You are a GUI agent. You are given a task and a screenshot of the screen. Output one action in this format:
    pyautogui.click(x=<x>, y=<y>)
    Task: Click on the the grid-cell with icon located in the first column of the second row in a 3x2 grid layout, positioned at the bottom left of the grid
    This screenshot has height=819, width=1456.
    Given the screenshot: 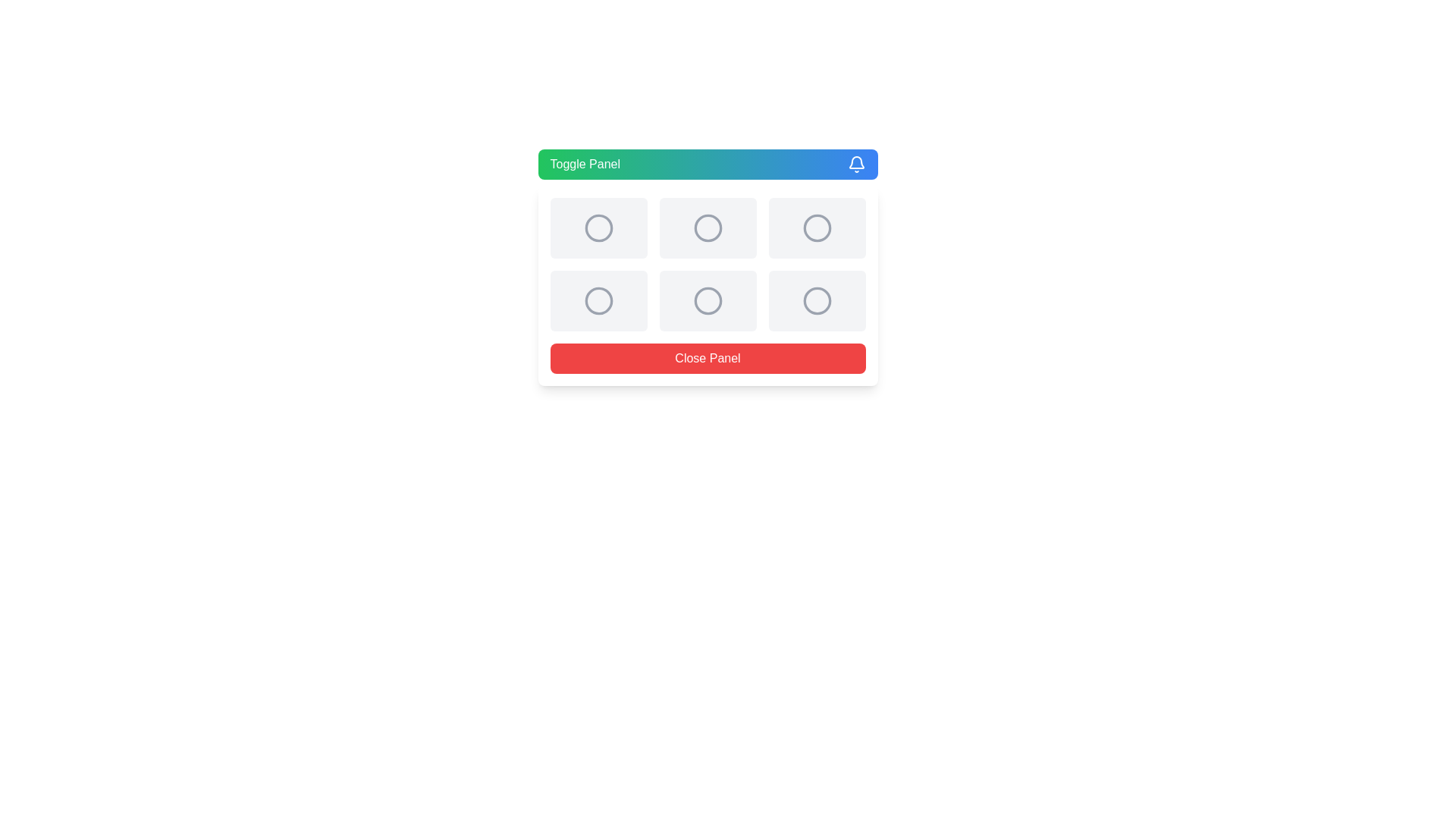 What is the action you would take?
    pyautogui.click(x=598, y=301)
    